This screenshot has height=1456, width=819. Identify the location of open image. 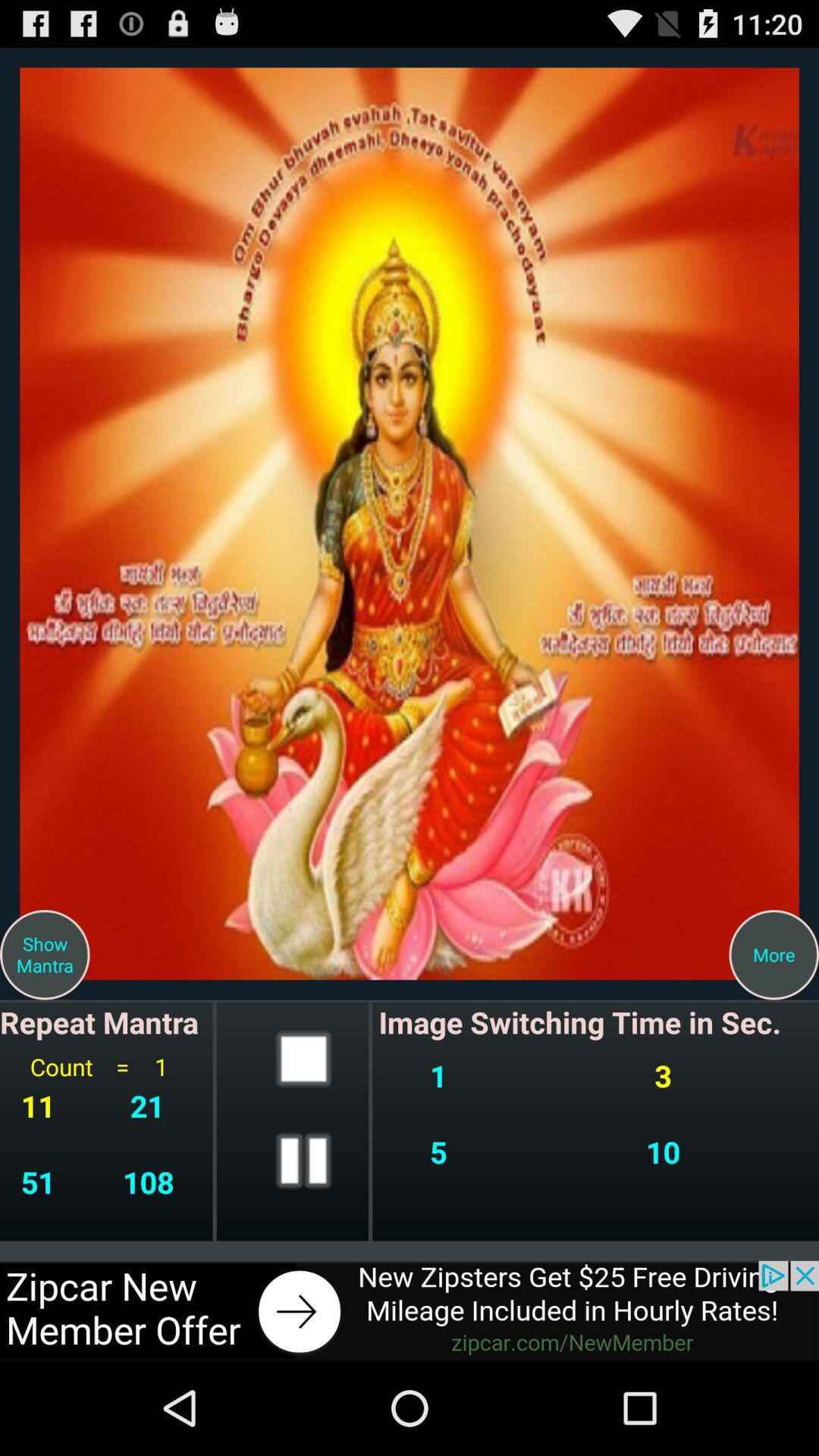
(409, 523).